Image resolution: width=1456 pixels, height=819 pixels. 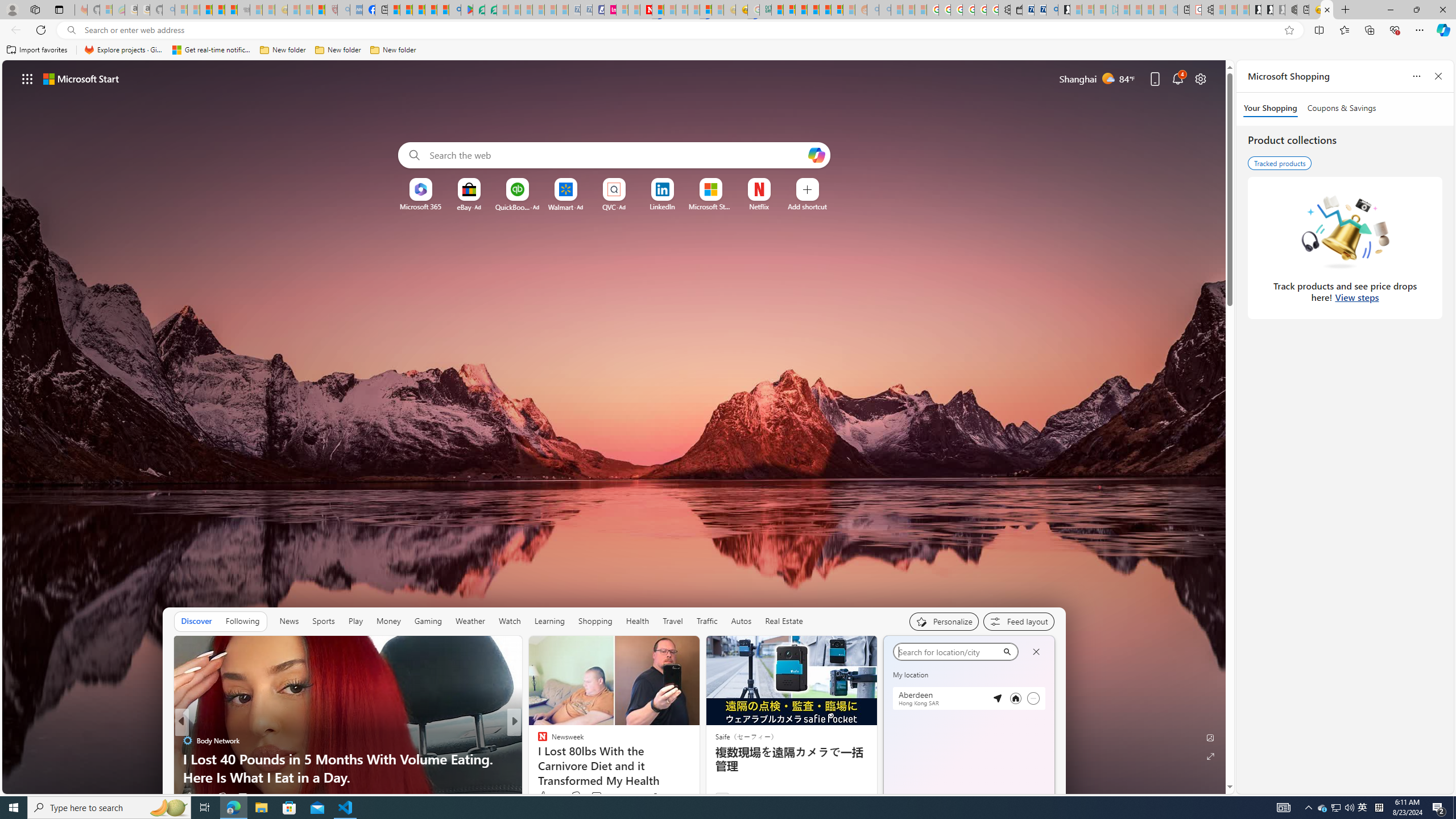 What do you see at coordinates (1051, 9) in the screenshot?
I see `'Bing Real Estate - Home sales and rental listings'` at bounding box center [1051, 9].